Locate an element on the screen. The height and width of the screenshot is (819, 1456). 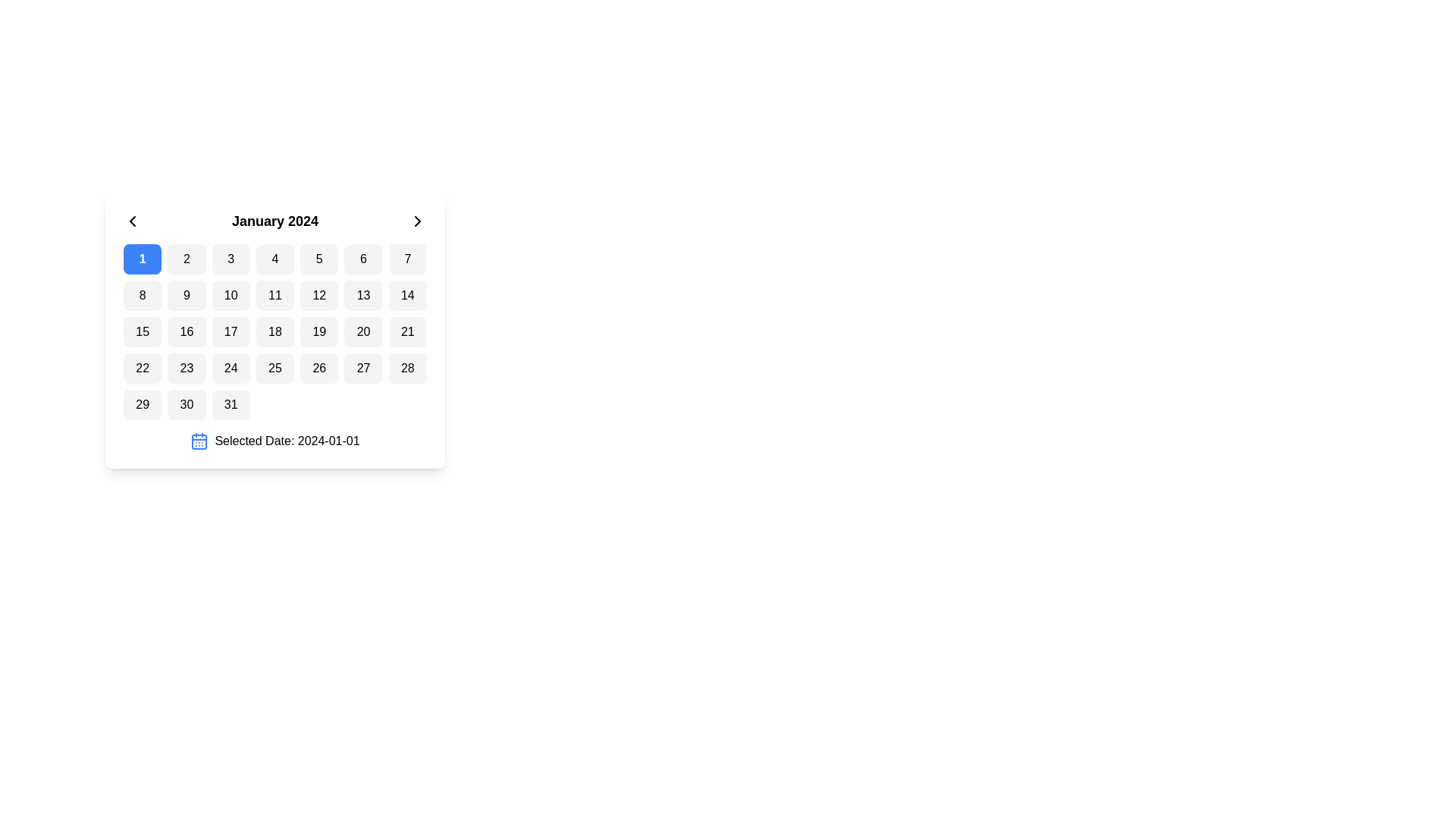
the calendar icon located at the leftmost position in the date selection area is located at coordinates (199, 441).